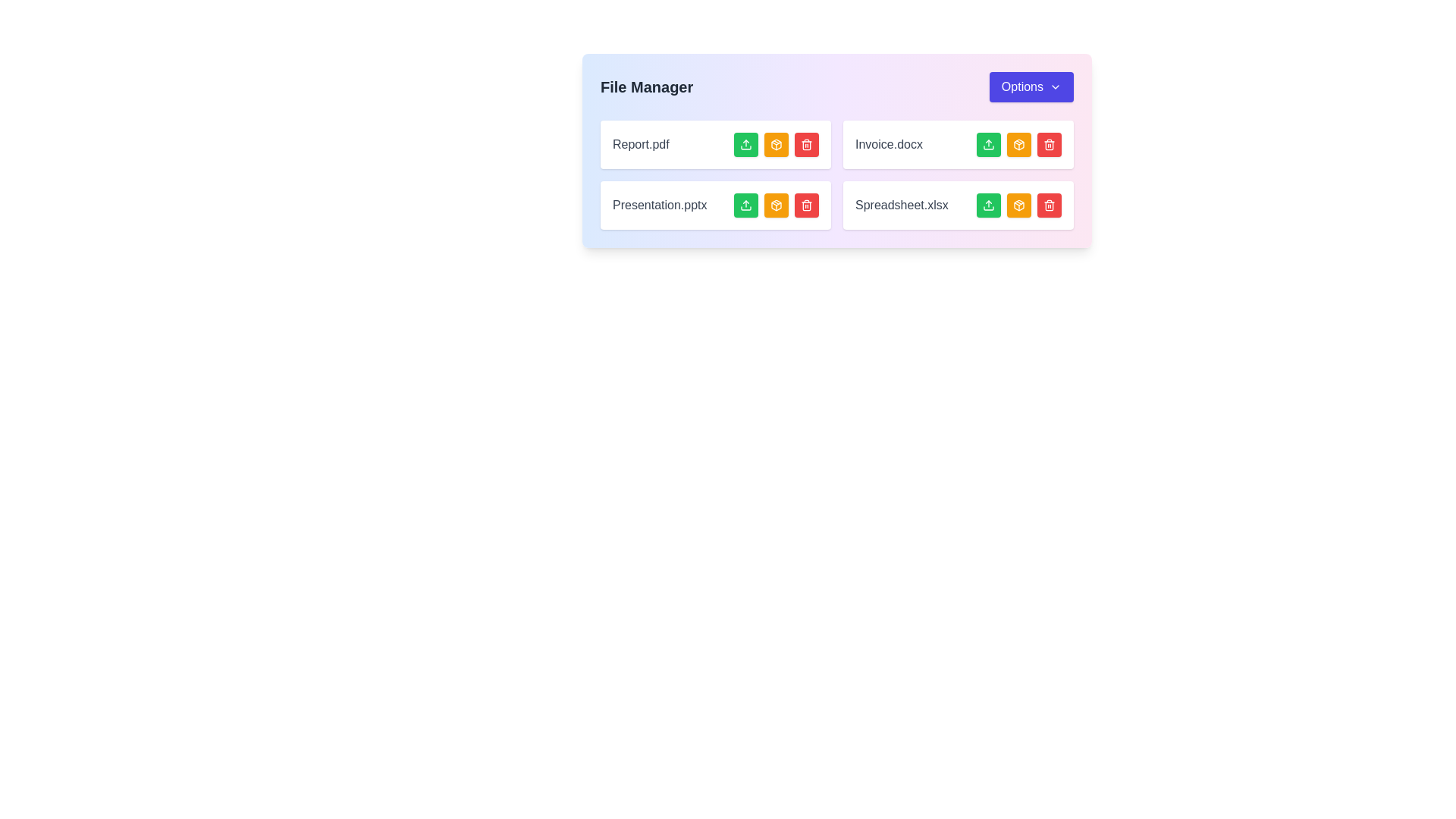 The width and height of the screenshot is (1456, 819). I want to click on the small green square-shaped Icon button with an upward-pointing arrow, located in the second row of action items next to 'Presentation.pptx', so click(745, 205).